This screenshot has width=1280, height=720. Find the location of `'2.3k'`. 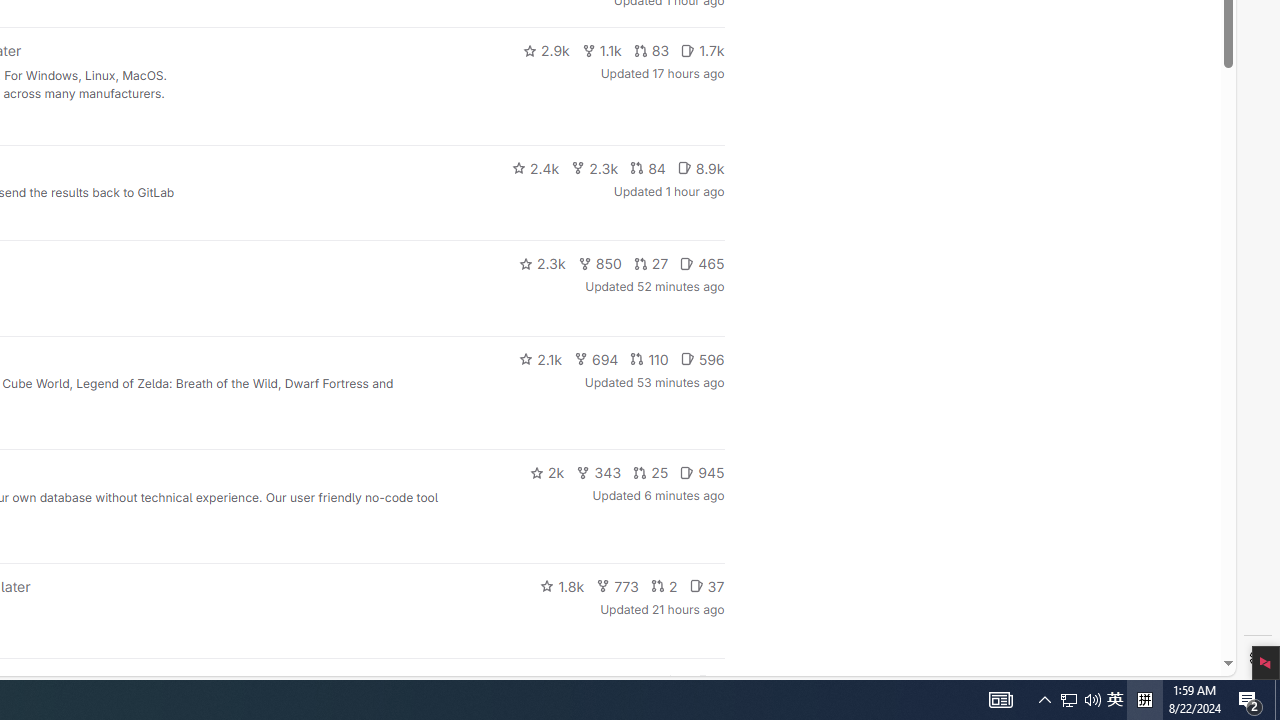

'2.3k' is located at coordinates (542, 262).